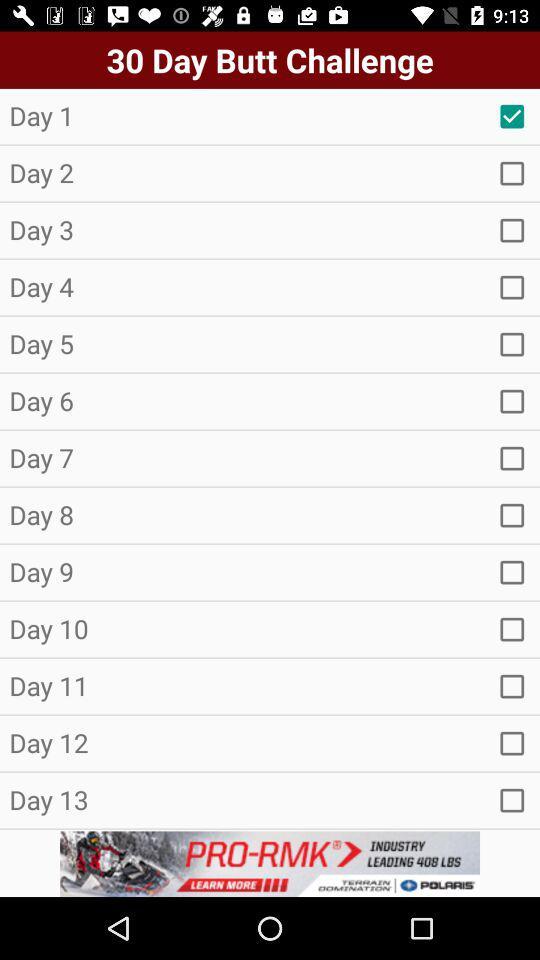  Describe the element at coordinates (270, 863) in the screenshot. I see `advertisement area` at that location.